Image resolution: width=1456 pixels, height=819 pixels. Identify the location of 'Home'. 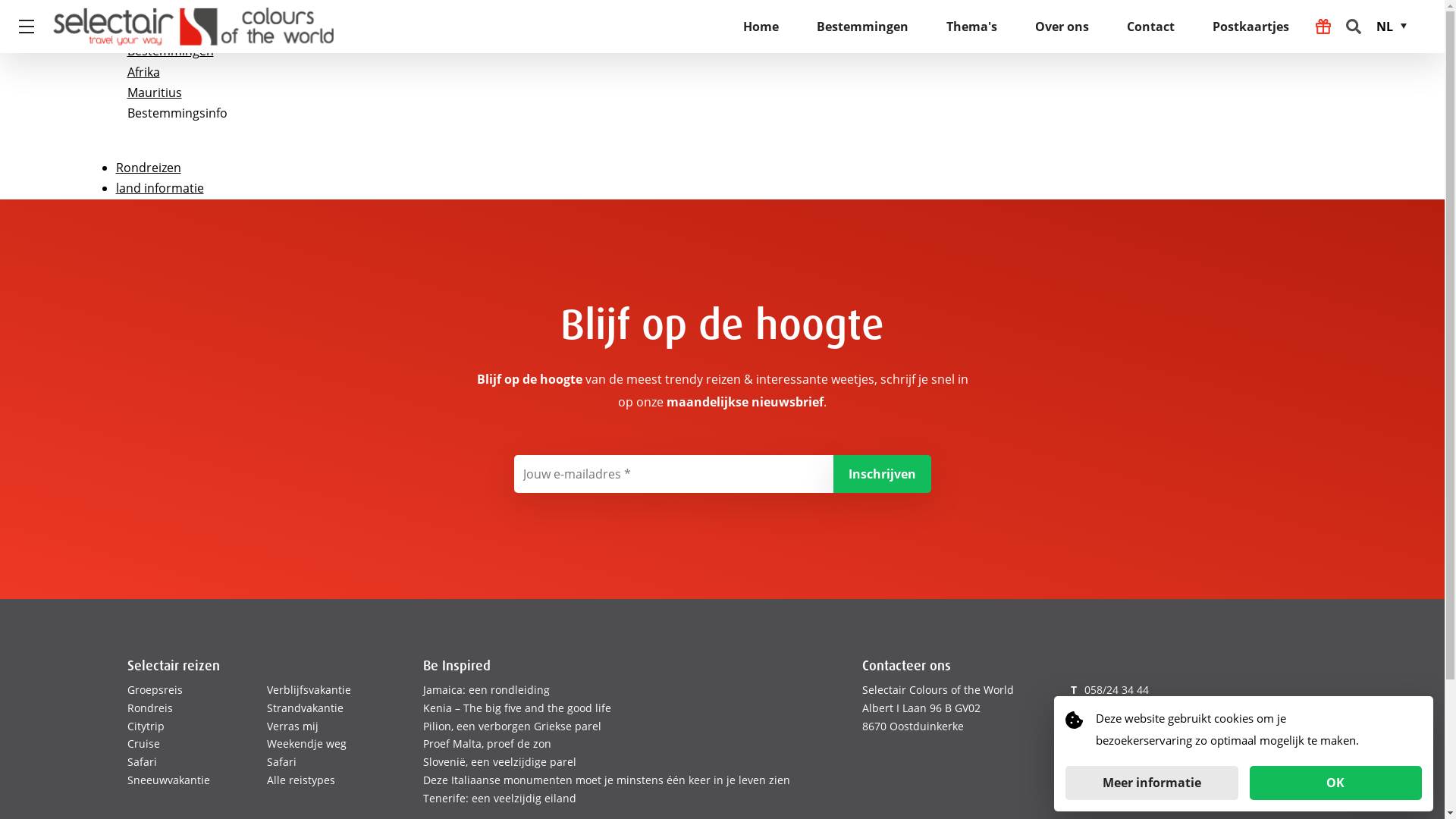
(761, 26).